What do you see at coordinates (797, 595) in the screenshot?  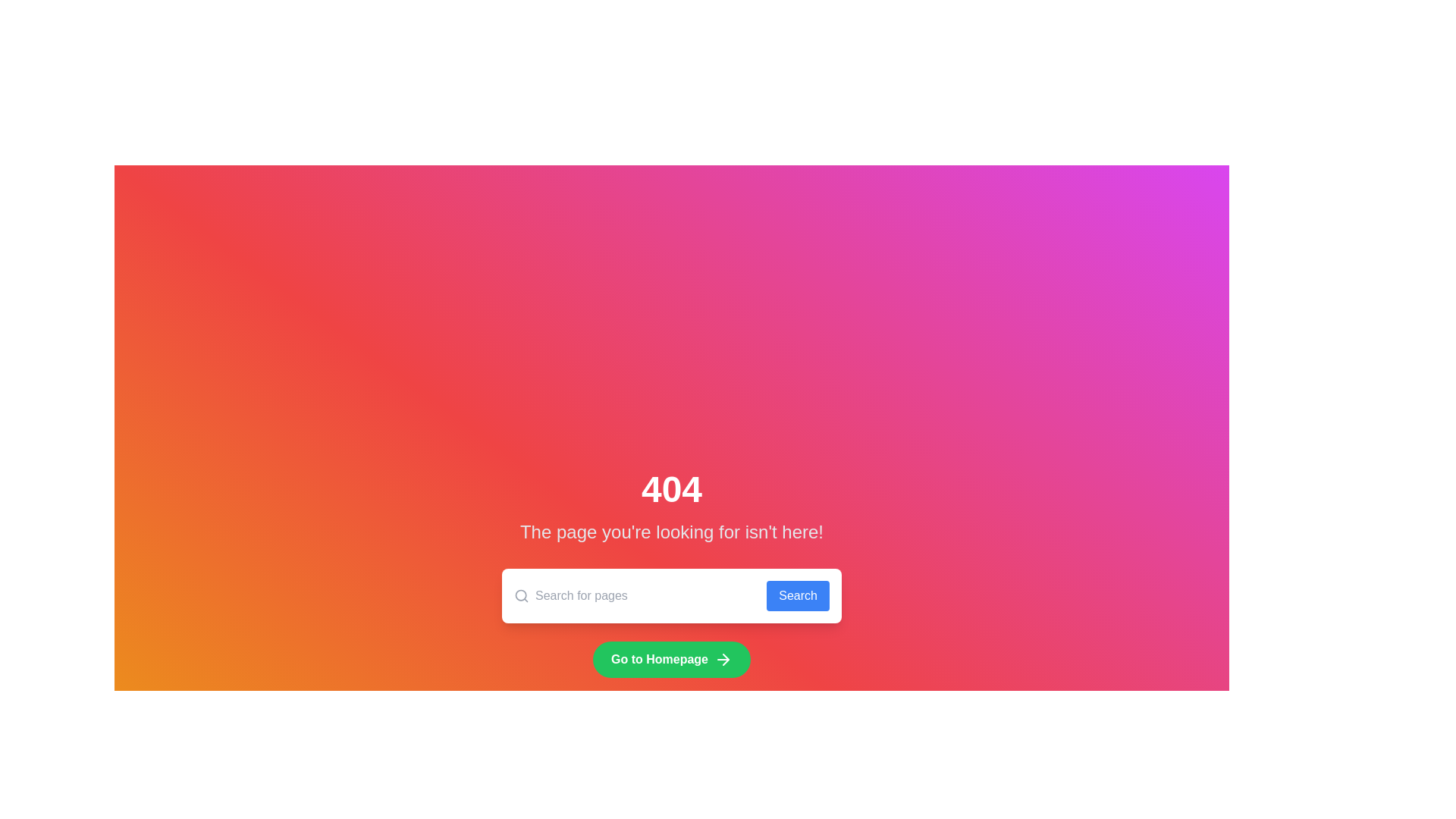 I see `the search button located at the far-right side of the search bar to observe the hover effect` at bounding box center [797, 595].